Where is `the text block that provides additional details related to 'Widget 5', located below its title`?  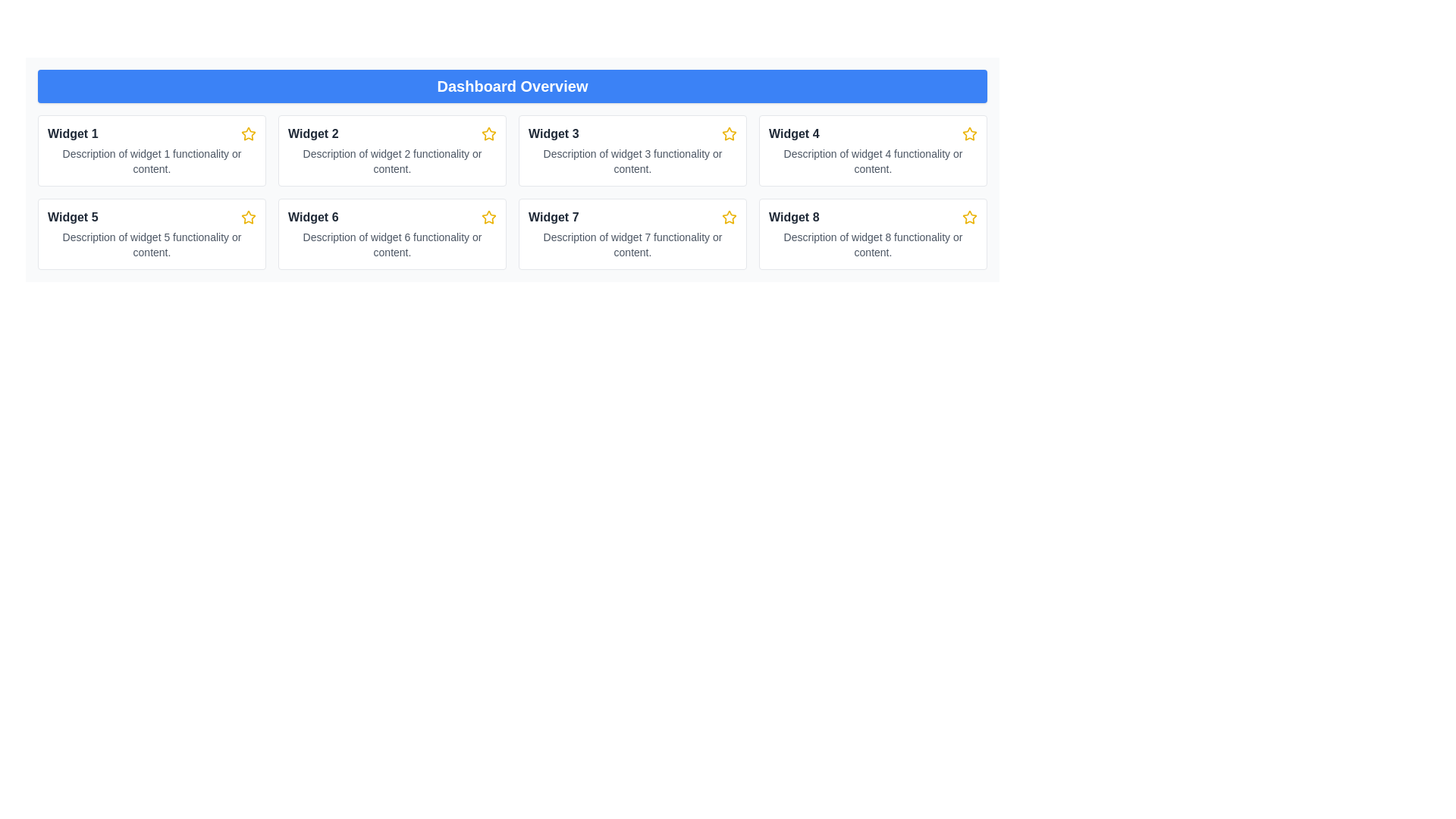 the text block that provides additional details related to 'Widget 5', located below its title is located at coordinates (152, 244).